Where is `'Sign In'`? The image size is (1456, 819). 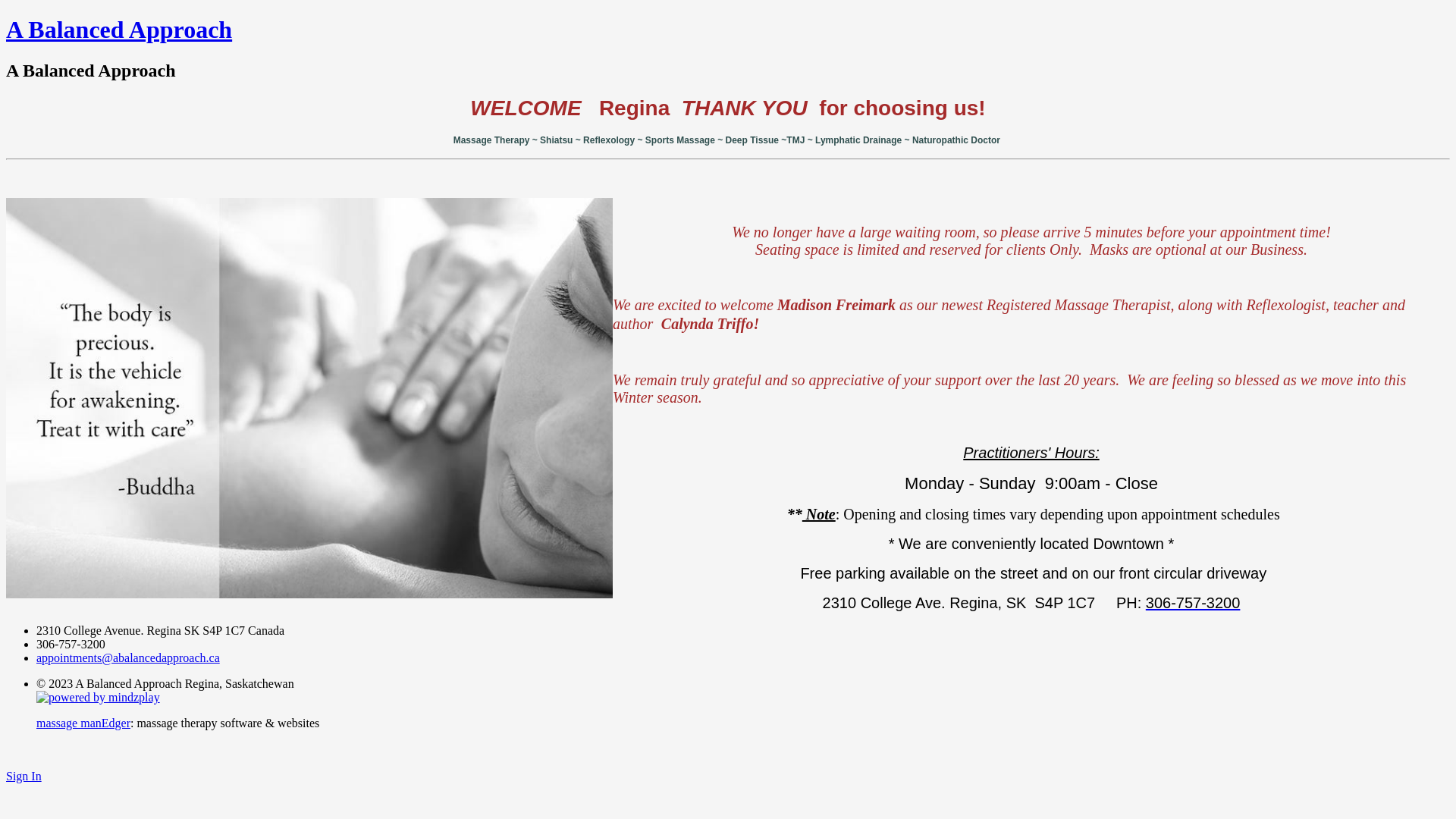 'Sign In' is located at coordinates (6, 776).